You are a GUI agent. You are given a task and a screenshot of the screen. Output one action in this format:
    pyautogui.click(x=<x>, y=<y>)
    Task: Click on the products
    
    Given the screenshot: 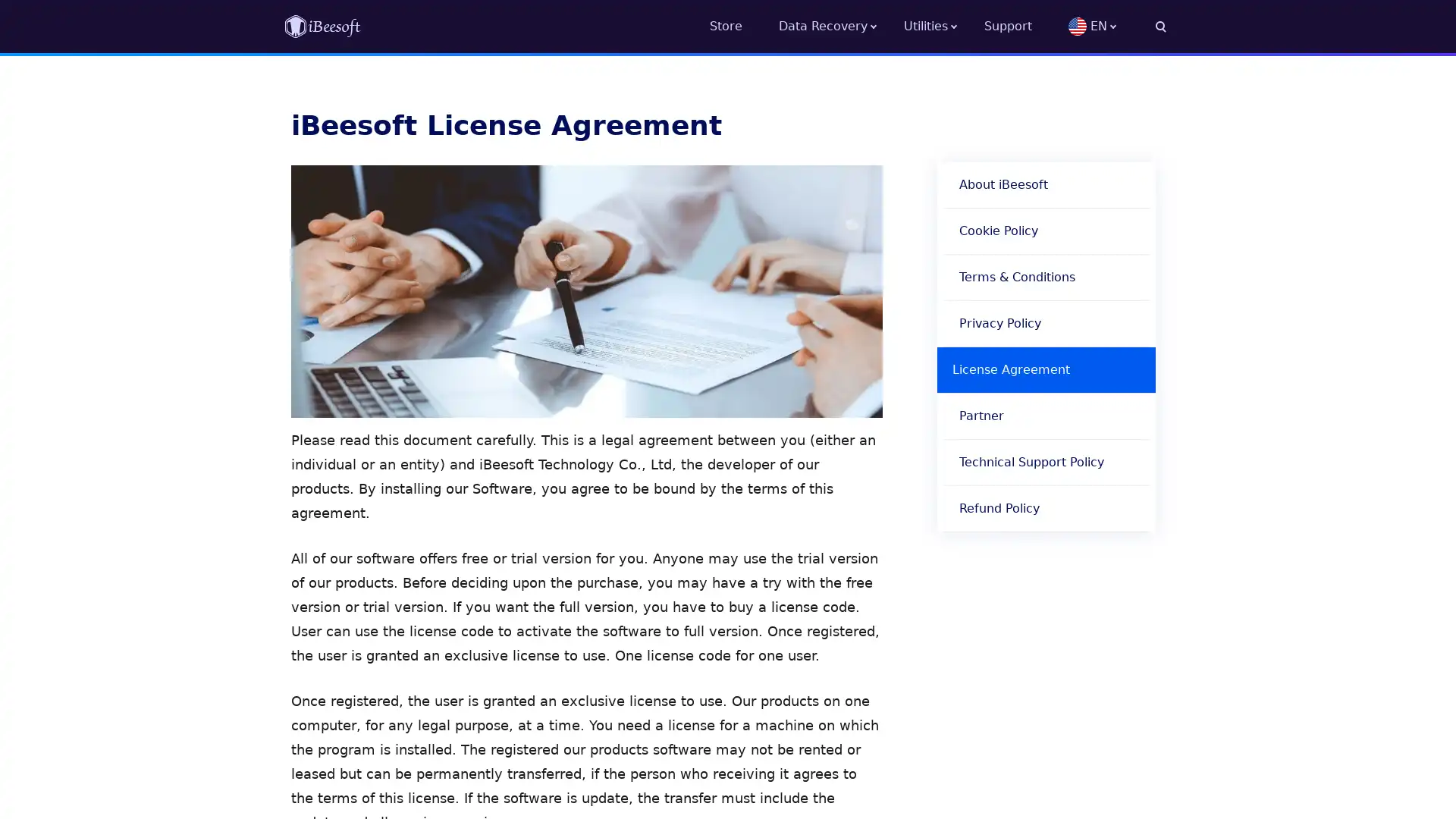 What is the action you would take?
    pyautogui.click(x=840, y=26)
    